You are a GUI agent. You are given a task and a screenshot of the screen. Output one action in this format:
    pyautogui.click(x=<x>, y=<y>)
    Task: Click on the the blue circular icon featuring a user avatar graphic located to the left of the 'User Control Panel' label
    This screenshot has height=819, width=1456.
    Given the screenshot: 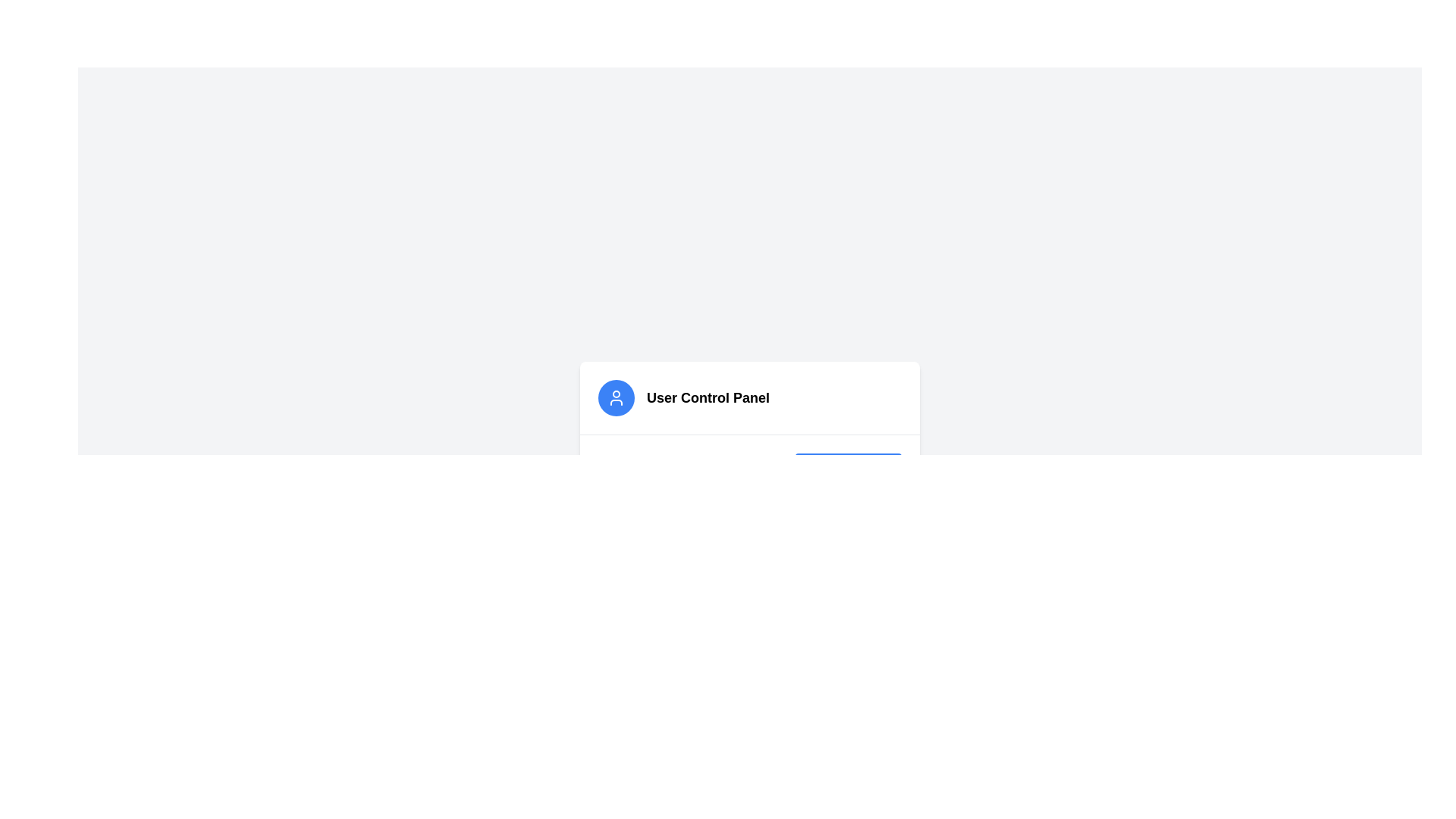 What is the action you would take?
    pyautogui.click(x=749, y=397)
    